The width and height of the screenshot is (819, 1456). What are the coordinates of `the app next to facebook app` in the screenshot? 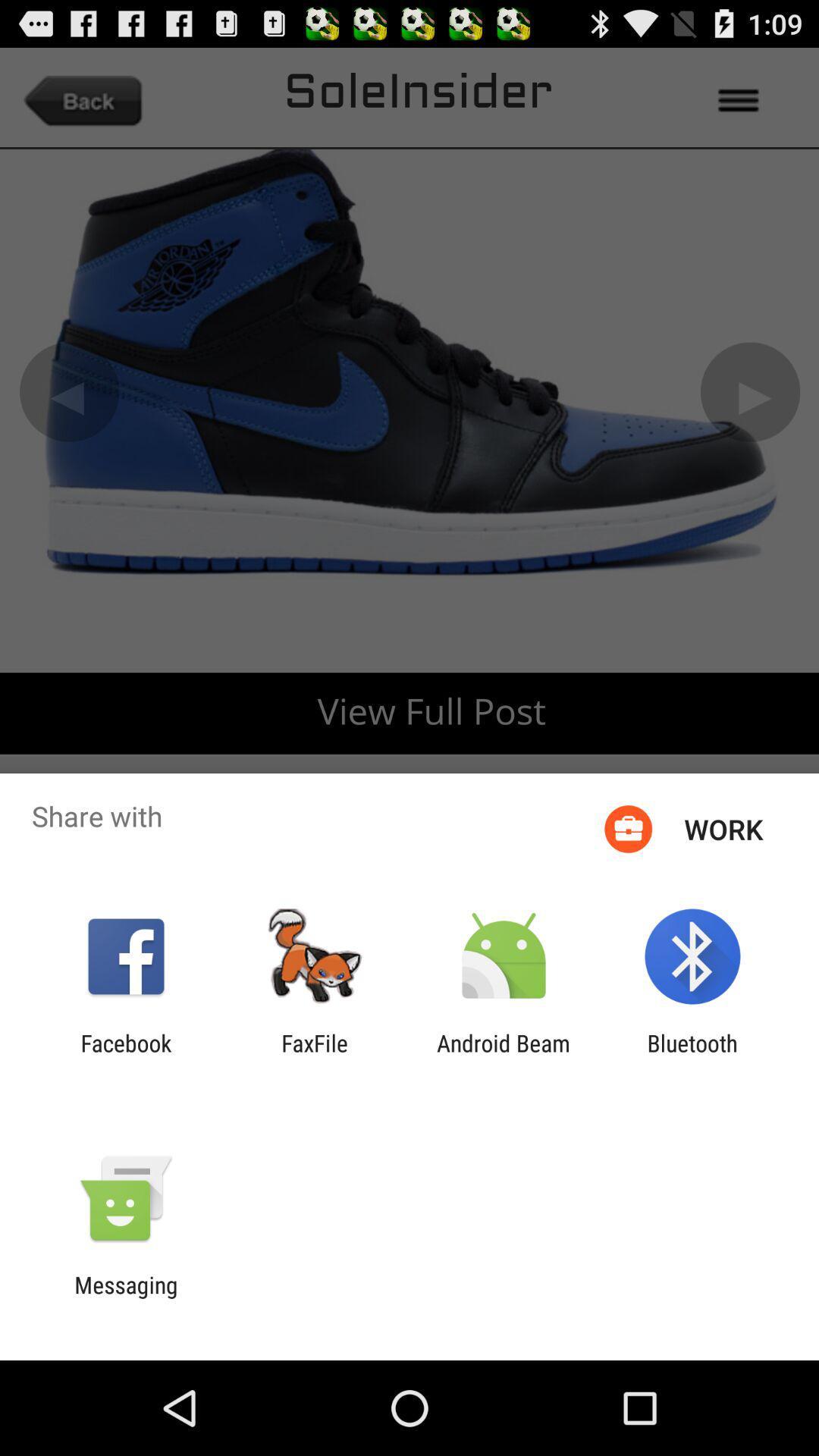 It's located at (314, 1056).